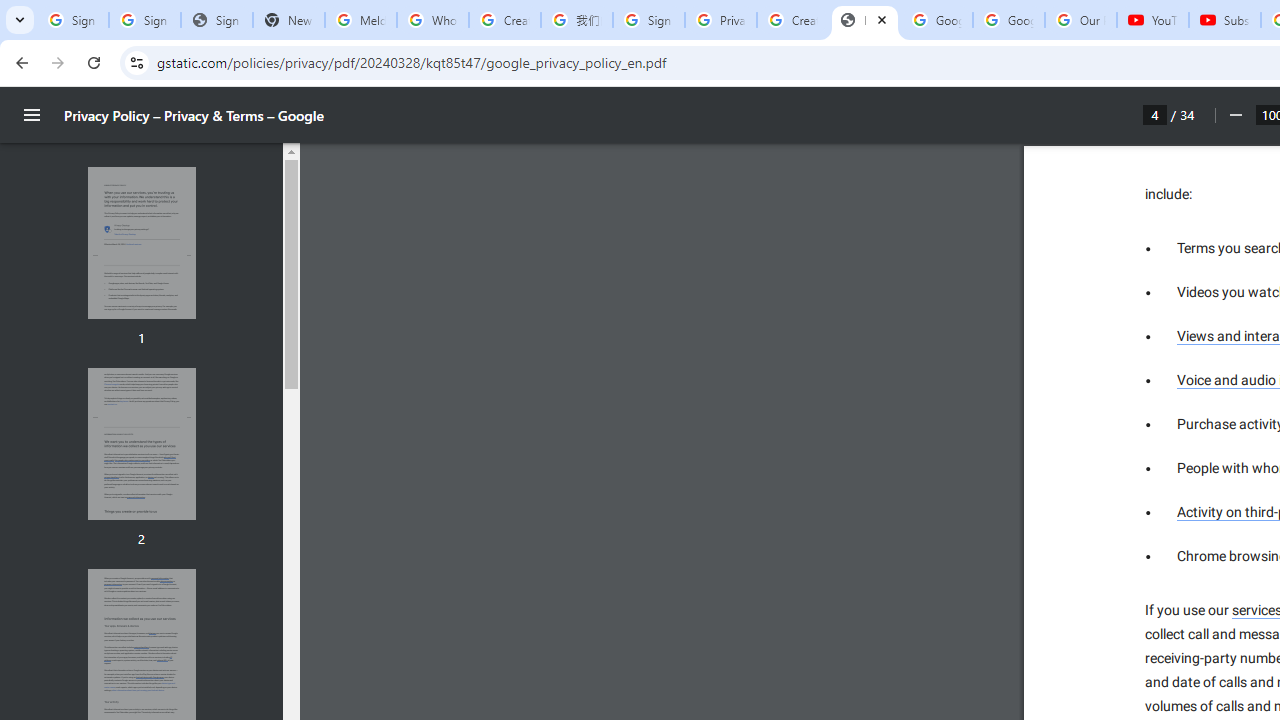  Describe the element at coordinates (140, 443) in the screenshot. I see `'Thumbnail for page 2'` at that location.